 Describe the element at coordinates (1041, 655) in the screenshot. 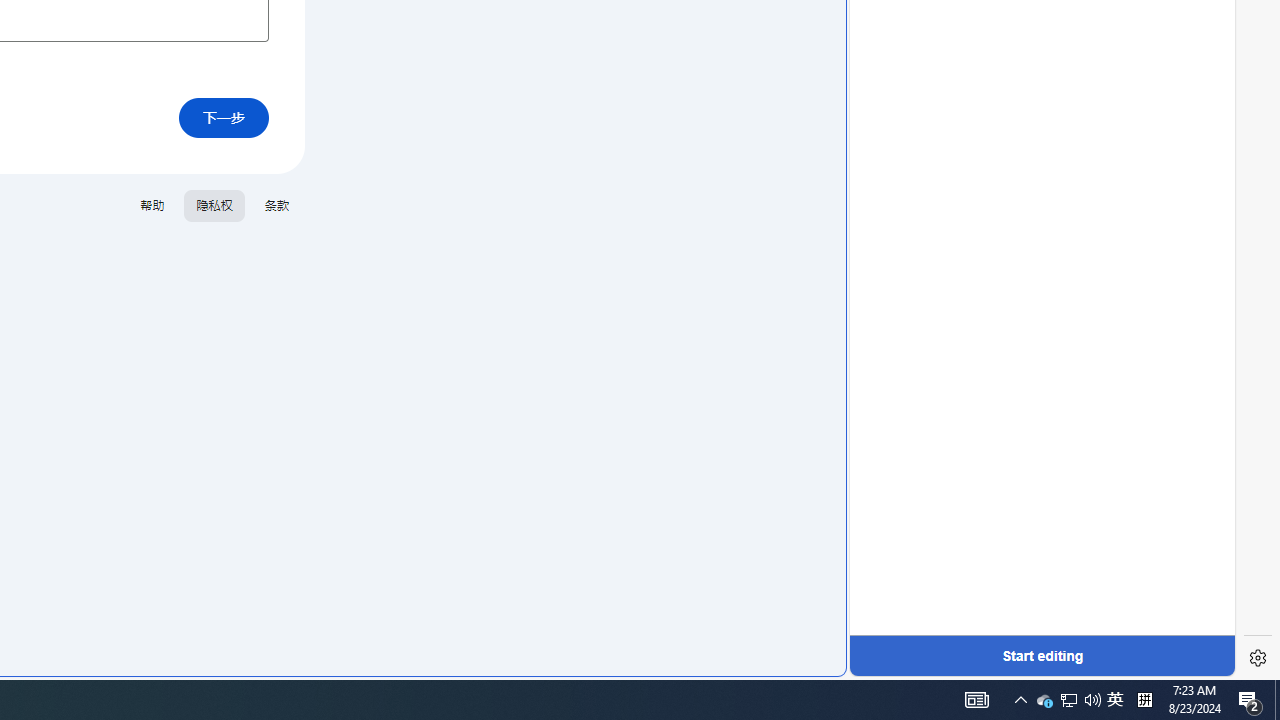

I see `'Start editing'` at that location.